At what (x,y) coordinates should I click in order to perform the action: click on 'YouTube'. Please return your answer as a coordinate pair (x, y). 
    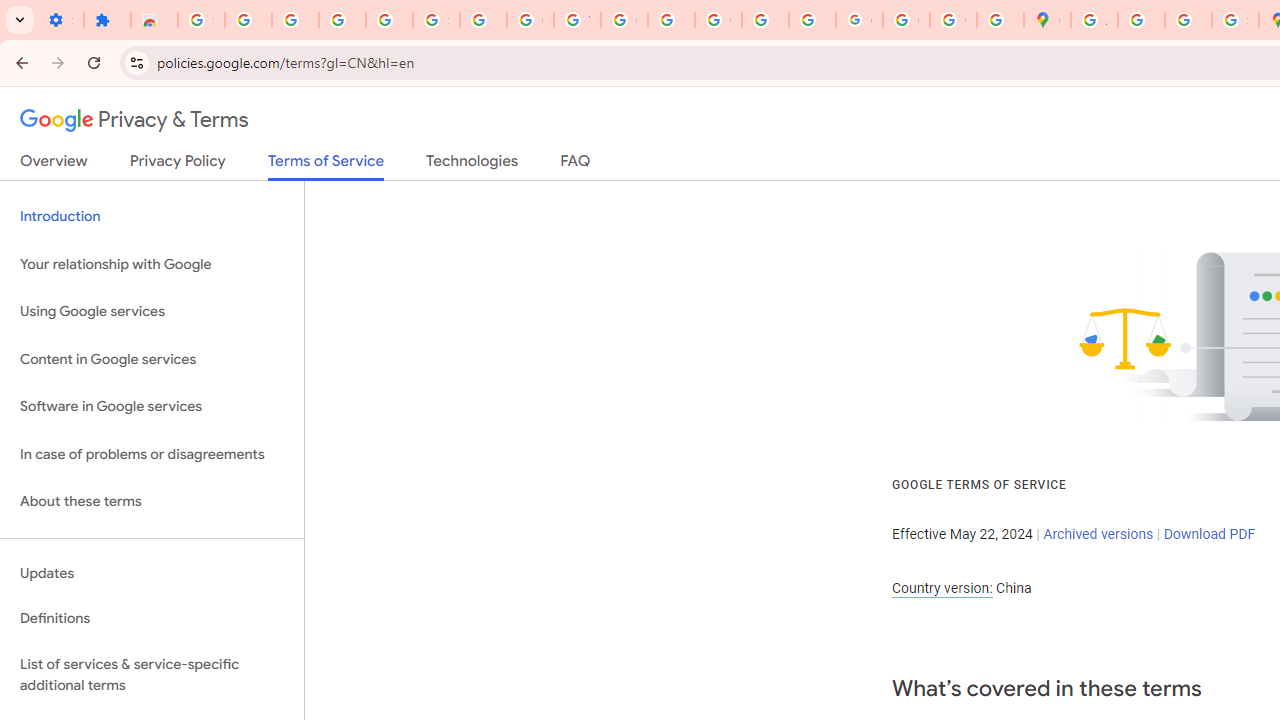
    Looking at the image, I should click on (576, 20).